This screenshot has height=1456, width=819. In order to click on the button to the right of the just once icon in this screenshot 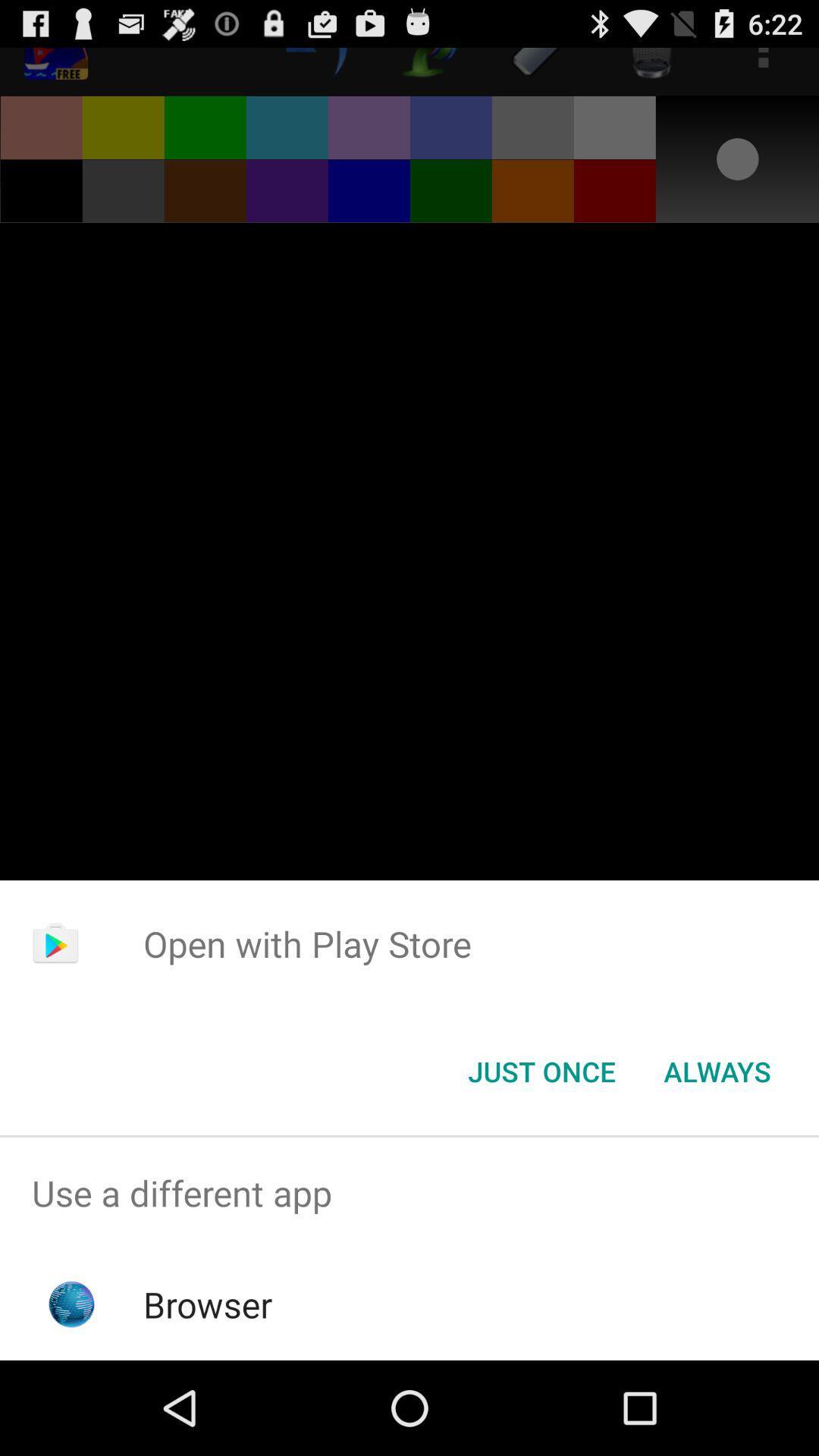, I will do `click(717, 1070)`.